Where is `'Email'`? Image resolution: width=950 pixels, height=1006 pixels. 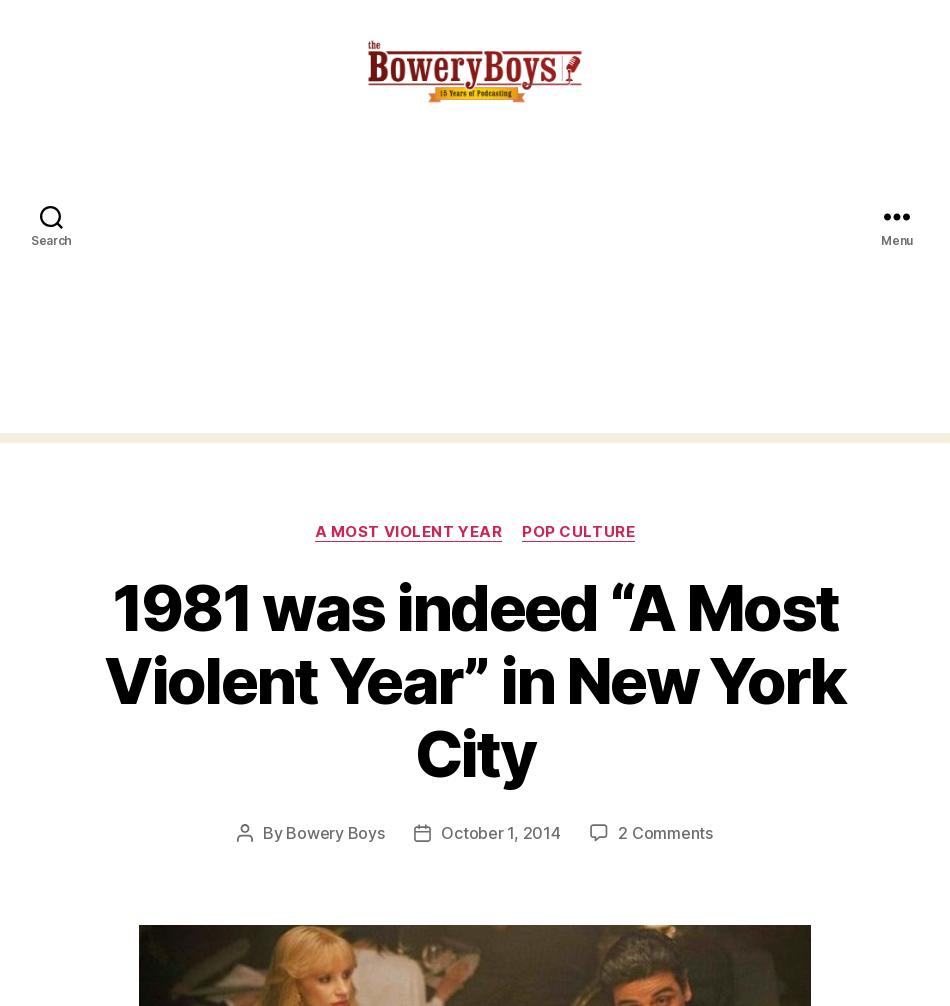
'Email' is located at coordinates (505, 316).